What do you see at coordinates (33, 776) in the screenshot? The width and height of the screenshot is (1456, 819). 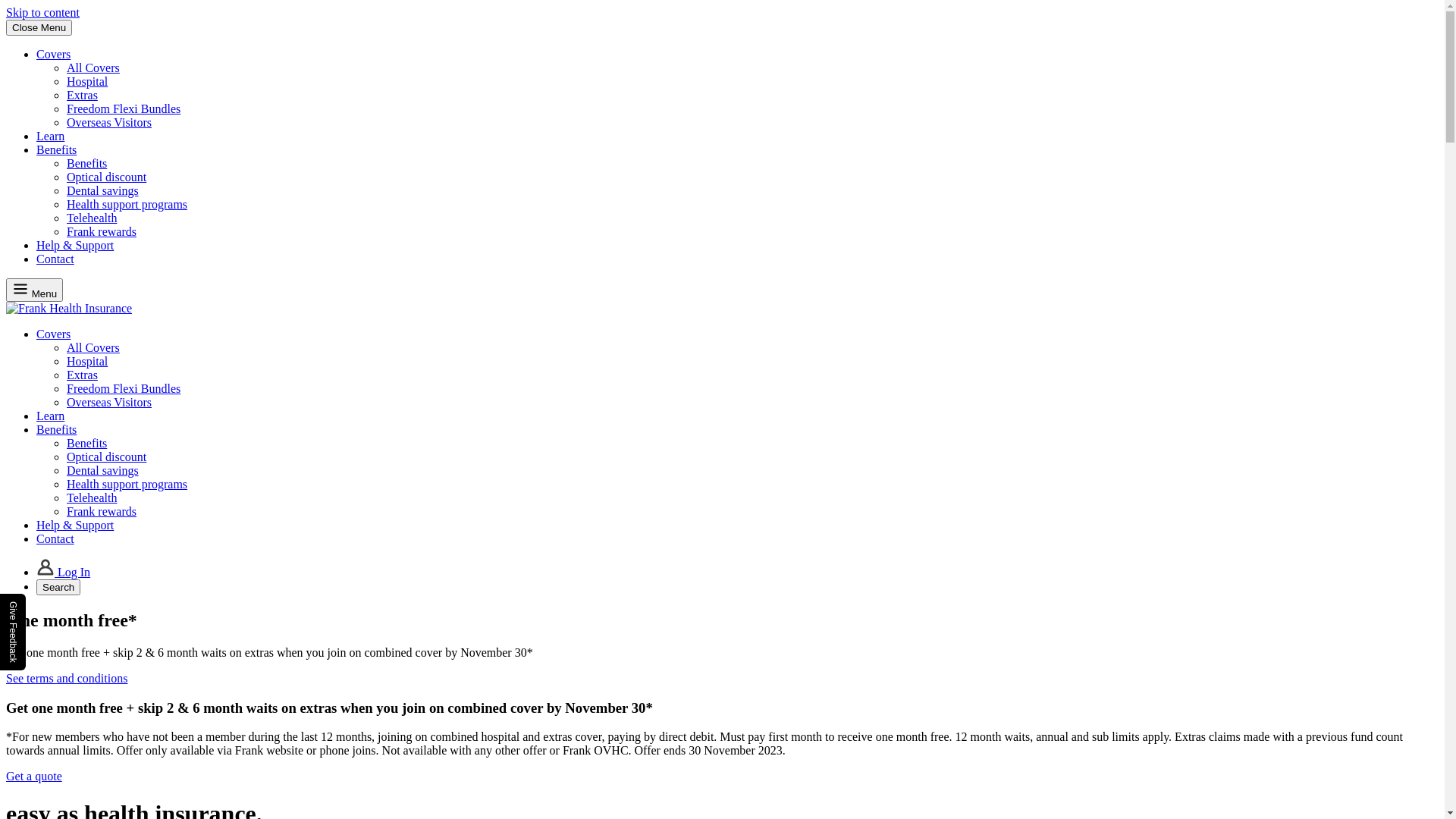 I see `'Get a quote'` at bounding box center [33, 776].